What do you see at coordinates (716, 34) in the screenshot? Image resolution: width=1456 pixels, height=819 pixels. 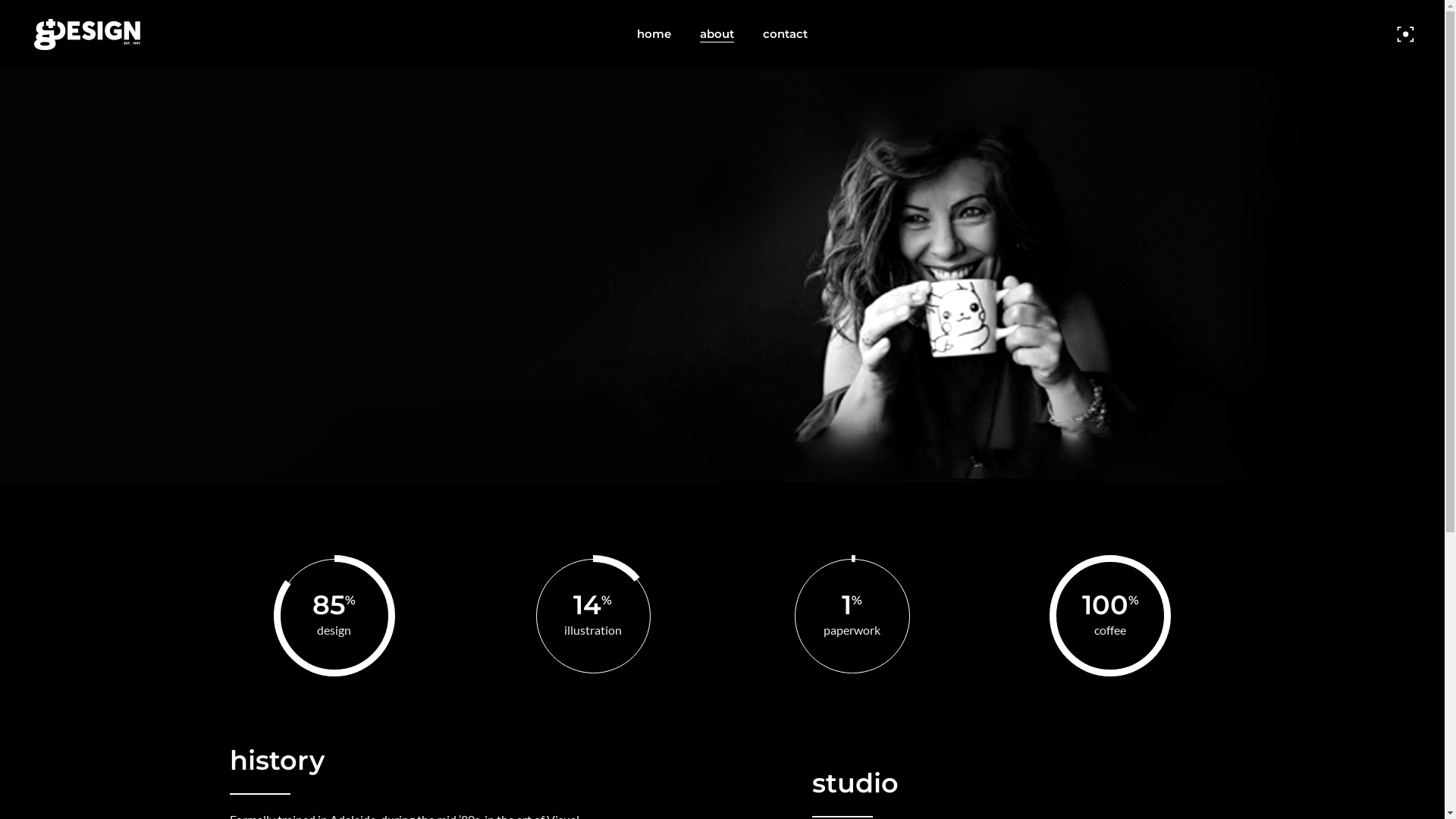 I see `'about'` at bounding box center [716, 34].